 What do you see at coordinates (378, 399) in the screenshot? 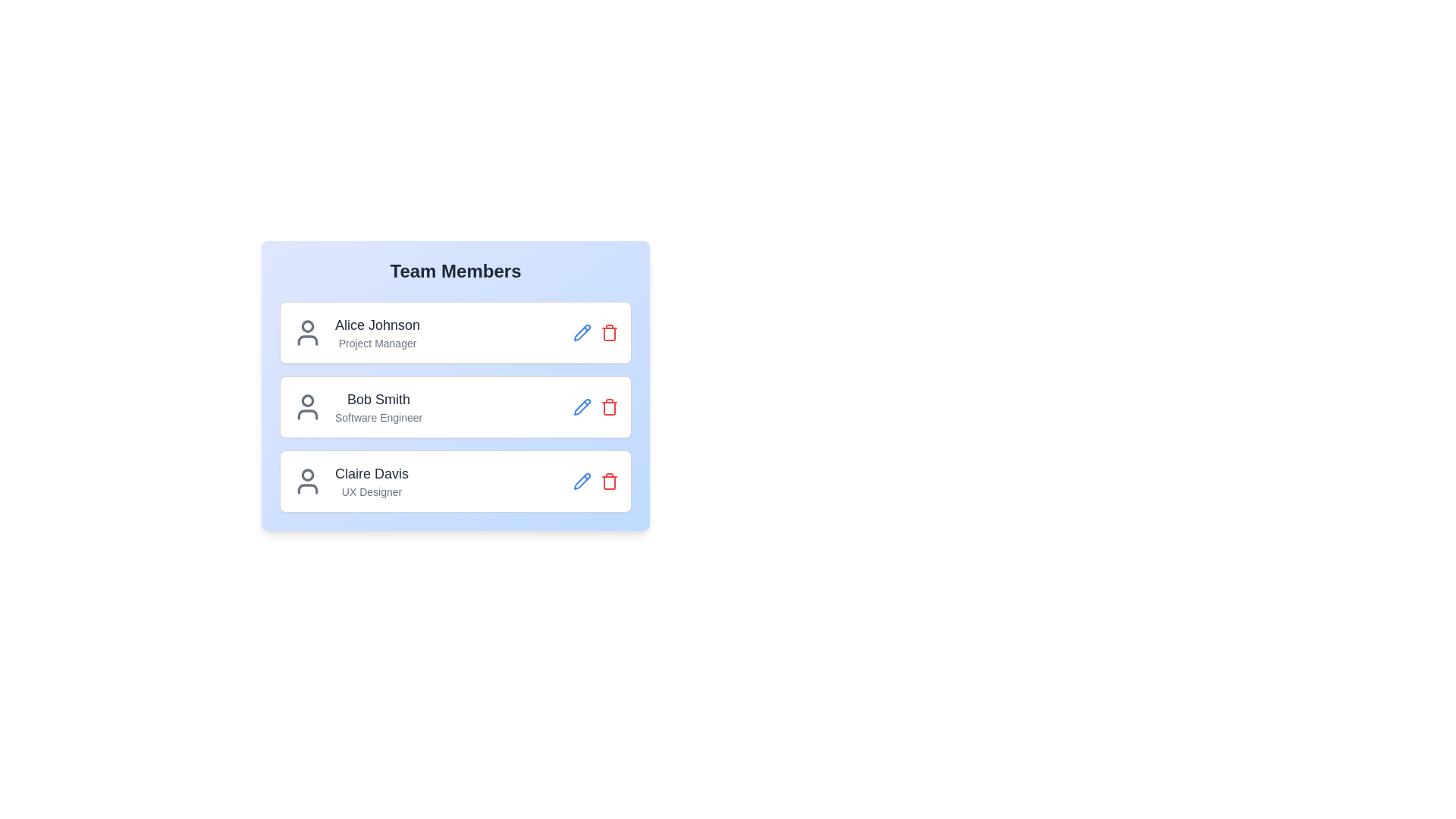
I see `the text of the team member's name Bob Smith` at bounding box center [378, 399].